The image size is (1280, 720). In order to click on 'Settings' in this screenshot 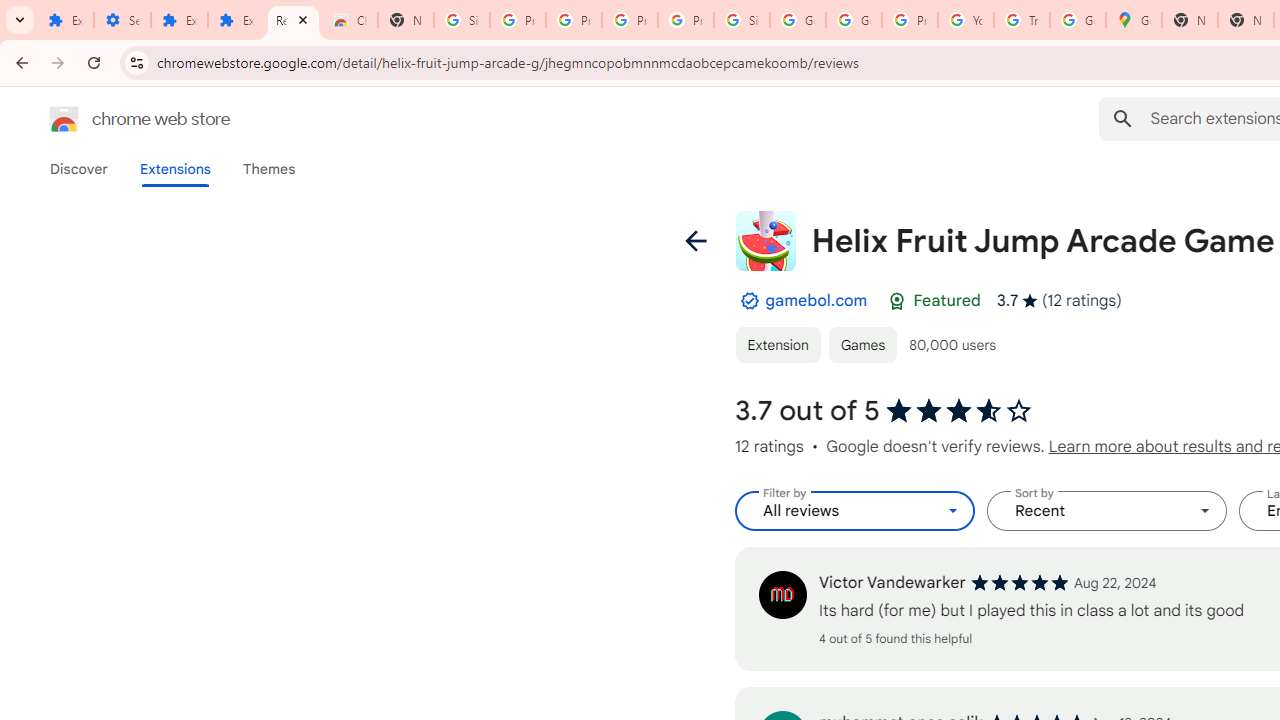, I will do `click(121, 20)`.